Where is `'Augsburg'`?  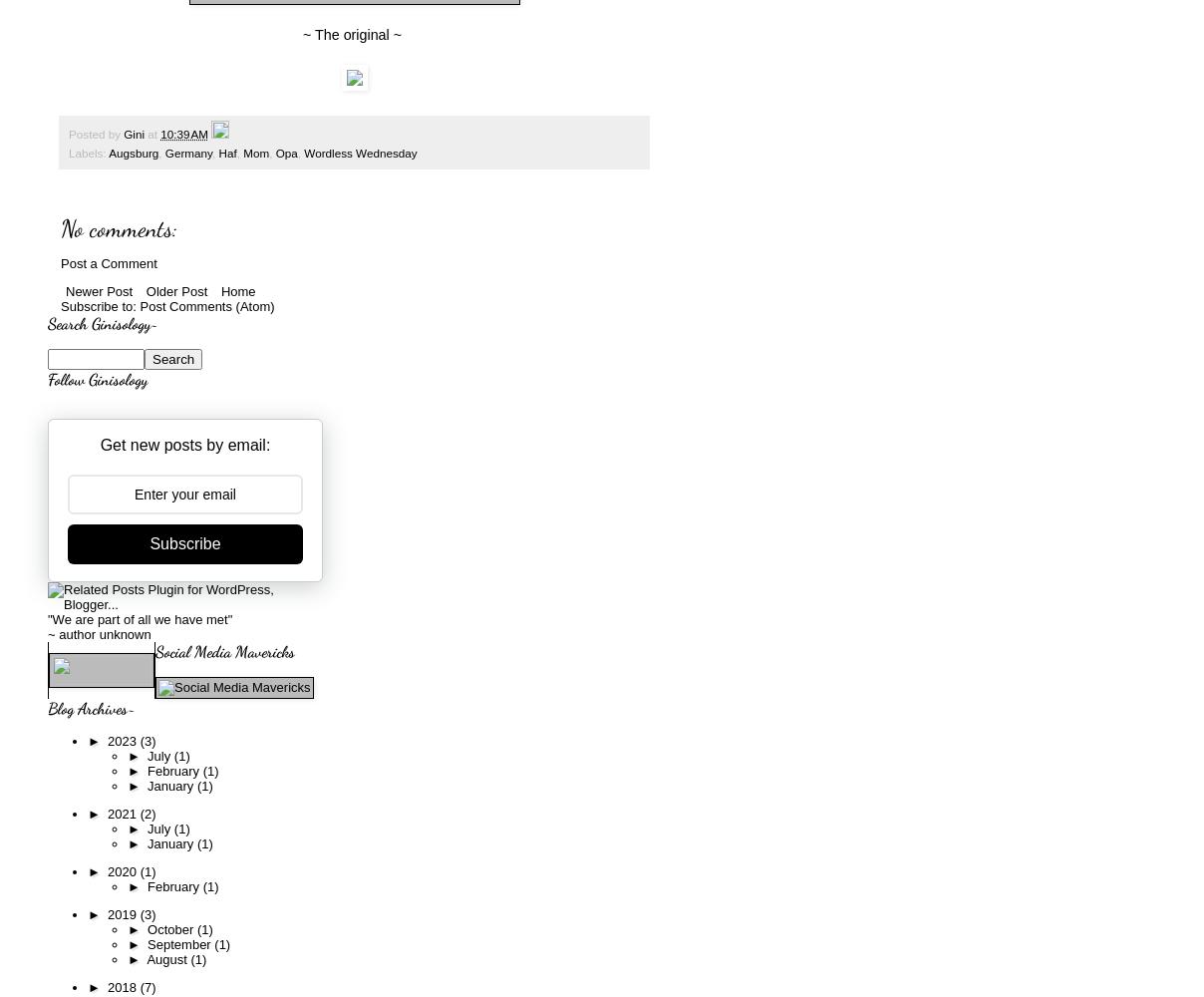
'Augsburg' is located at coordinates (132, 153).